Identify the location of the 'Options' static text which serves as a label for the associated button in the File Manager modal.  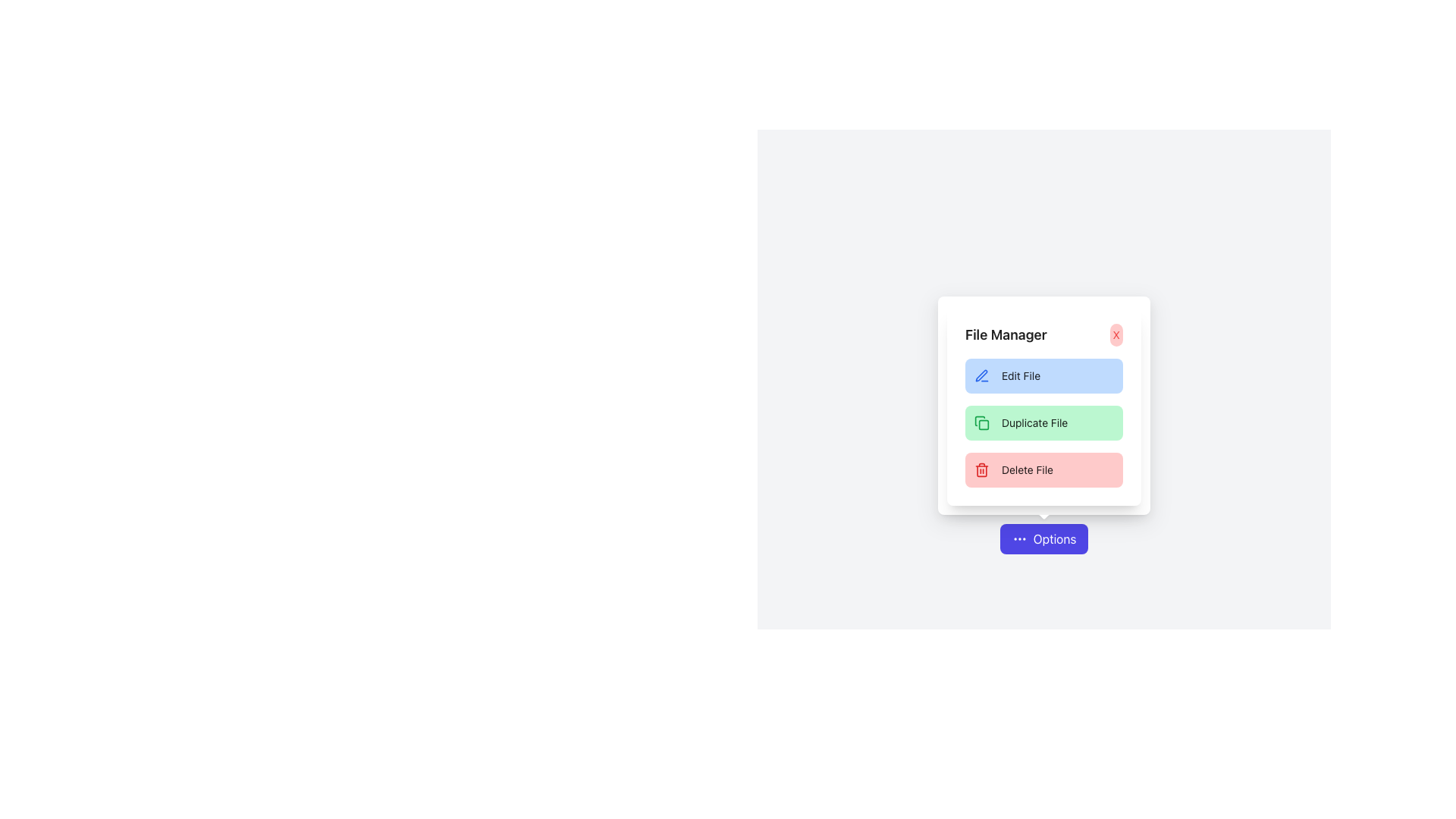
(1054, 538).